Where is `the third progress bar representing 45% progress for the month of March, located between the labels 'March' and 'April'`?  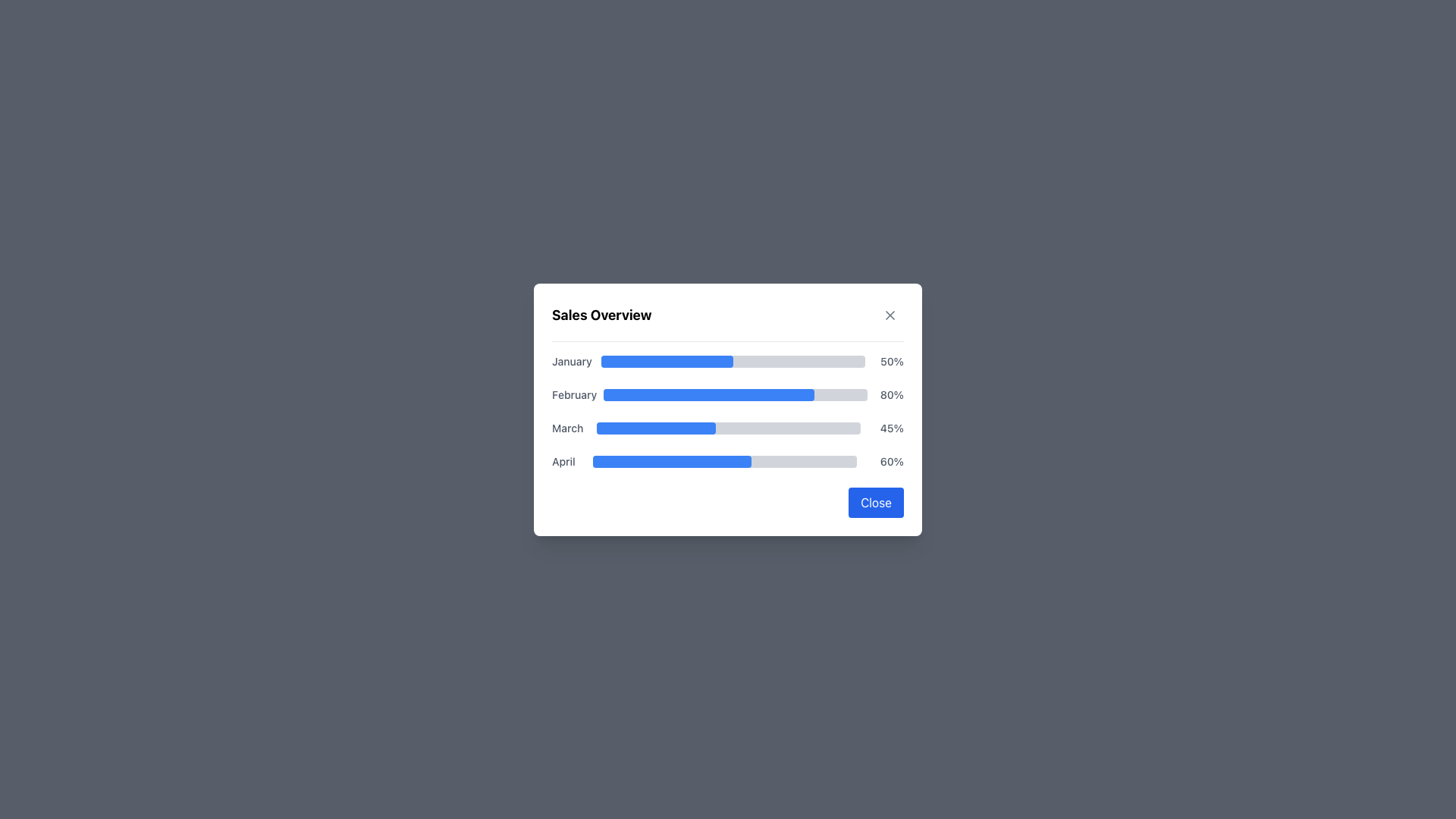
the third progress bar representing 45% progress for the month of March, located between the labels 'March' and 'April' is located at coordinates (729, 428).